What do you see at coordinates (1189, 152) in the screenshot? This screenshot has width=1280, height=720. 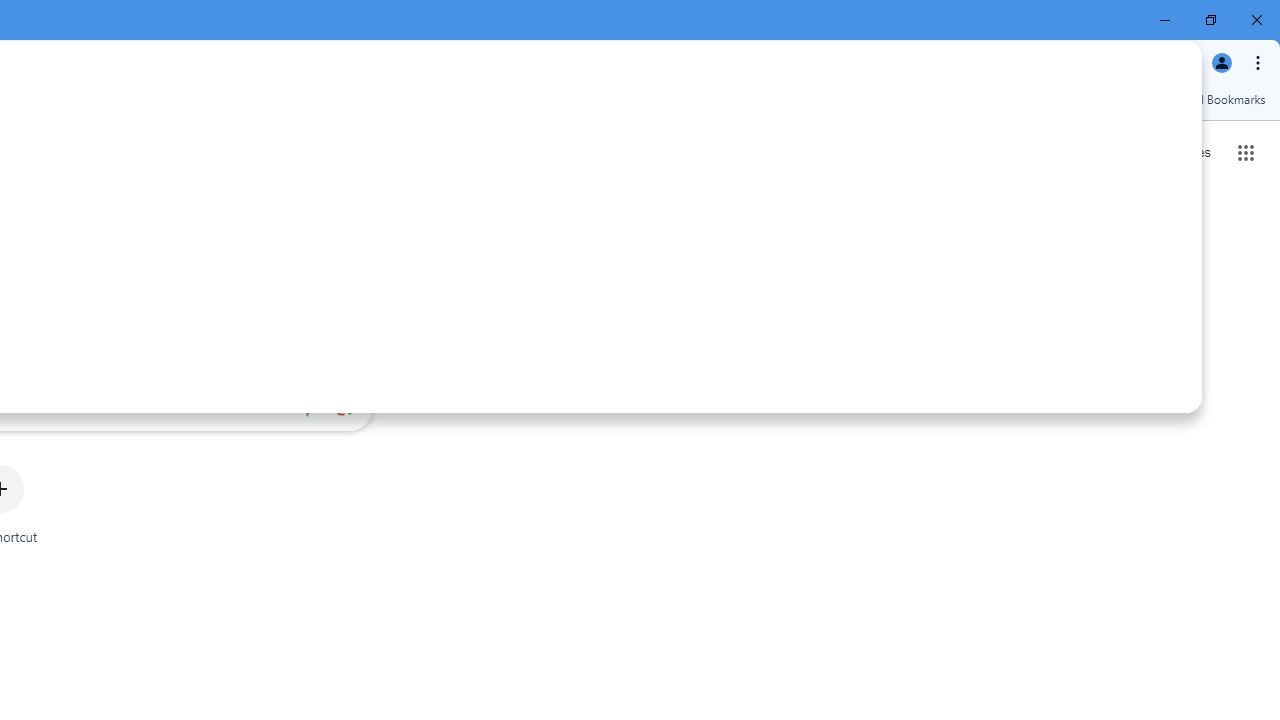 I see `'Search for Images '` at bounding box center [1189, 152].